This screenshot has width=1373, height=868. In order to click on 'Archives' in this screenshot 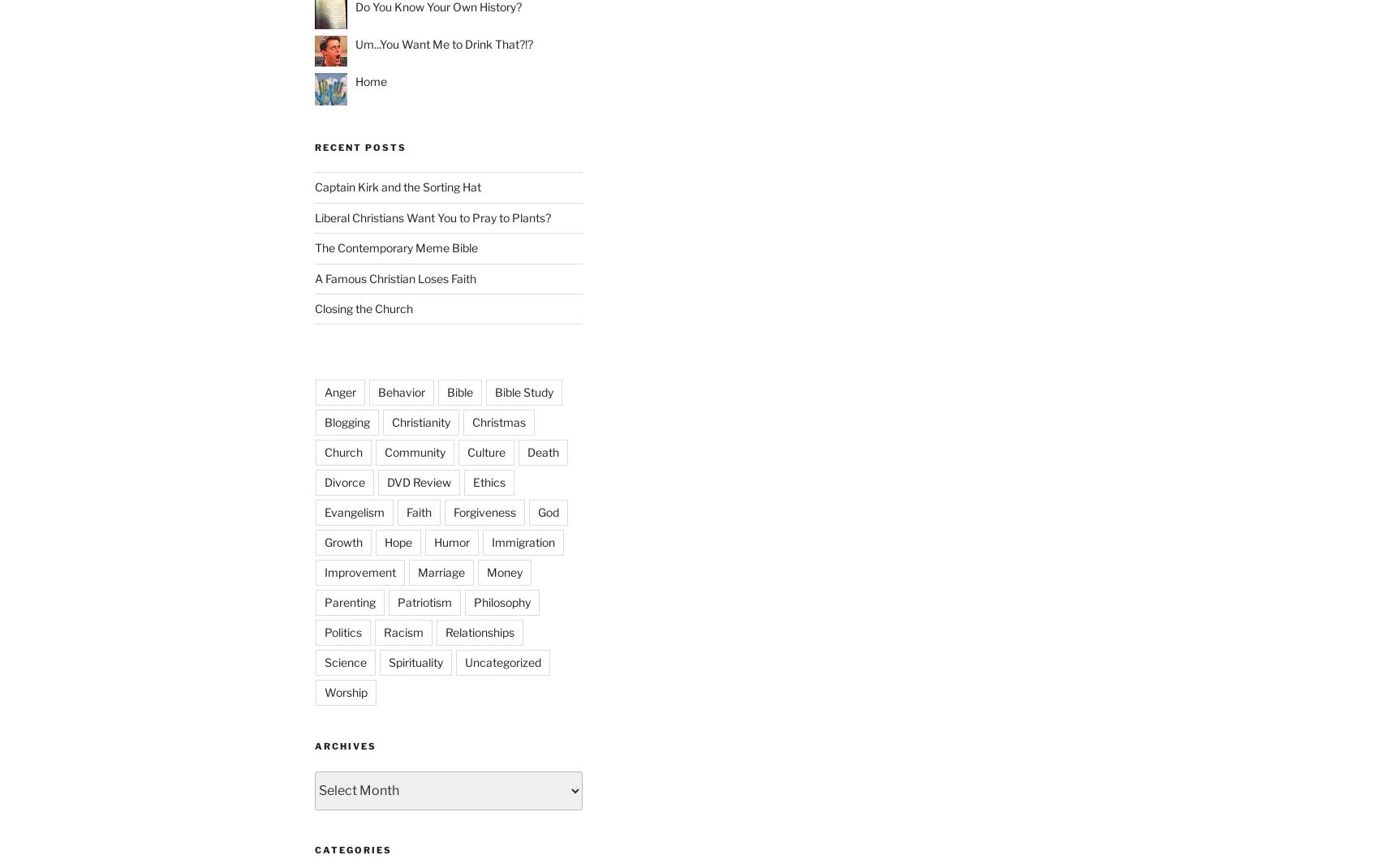, I will do `click(345, 745)`.